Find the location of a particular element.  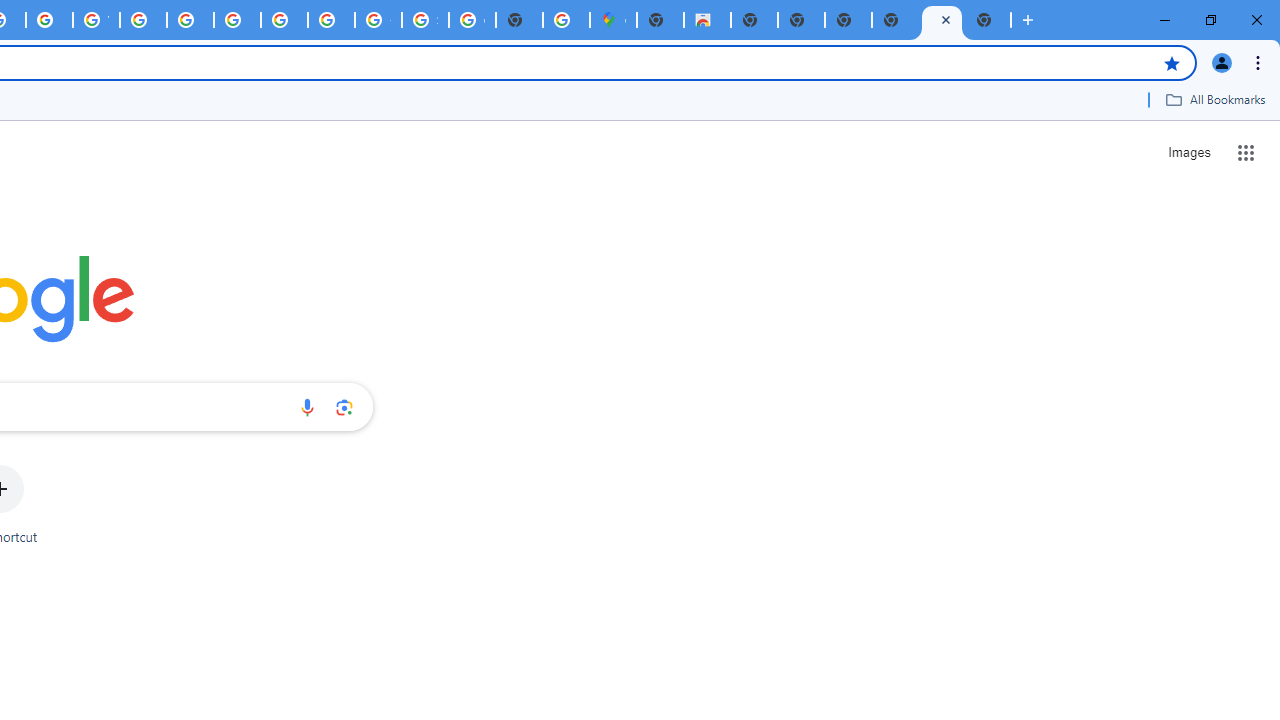

'YouTube' is located at coordinates (95, 20).